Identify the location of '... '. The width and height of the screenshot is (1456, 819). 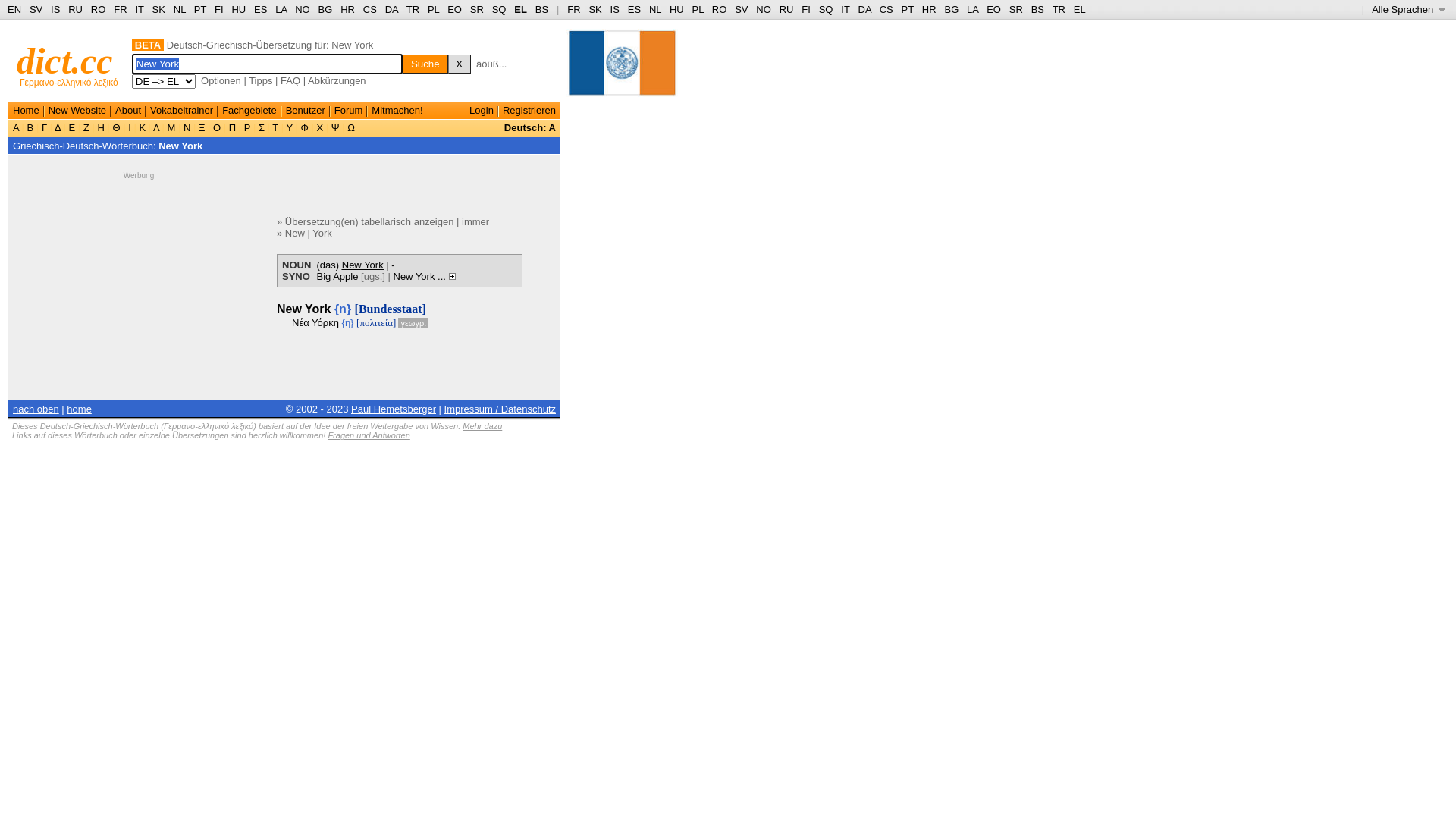
(445, 275).